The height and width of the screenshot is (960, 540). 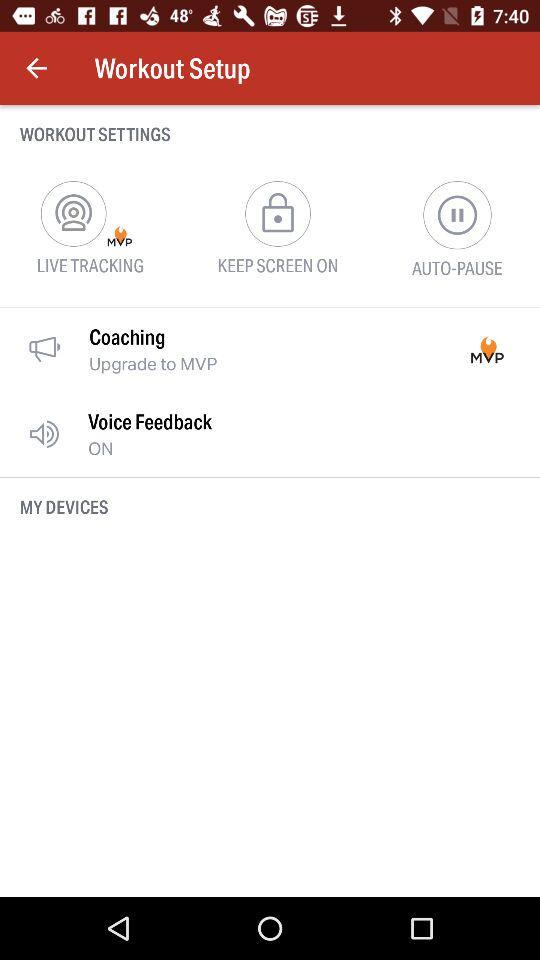 I want to click on icon above the workout settings item, so click(x=36, y=68).